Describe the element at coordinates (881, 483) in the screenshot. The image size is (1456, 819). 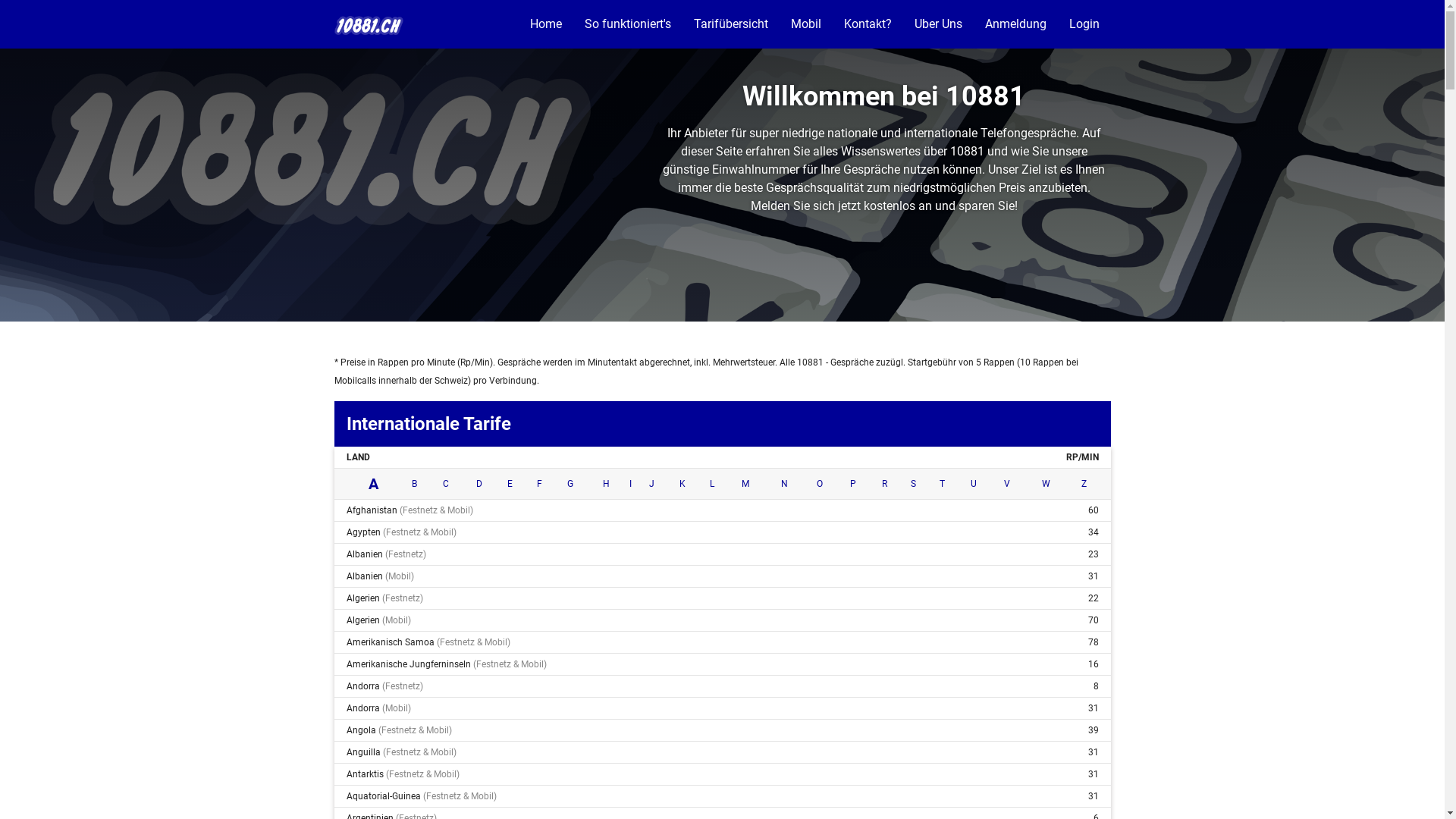
I see `'R'` at that location.